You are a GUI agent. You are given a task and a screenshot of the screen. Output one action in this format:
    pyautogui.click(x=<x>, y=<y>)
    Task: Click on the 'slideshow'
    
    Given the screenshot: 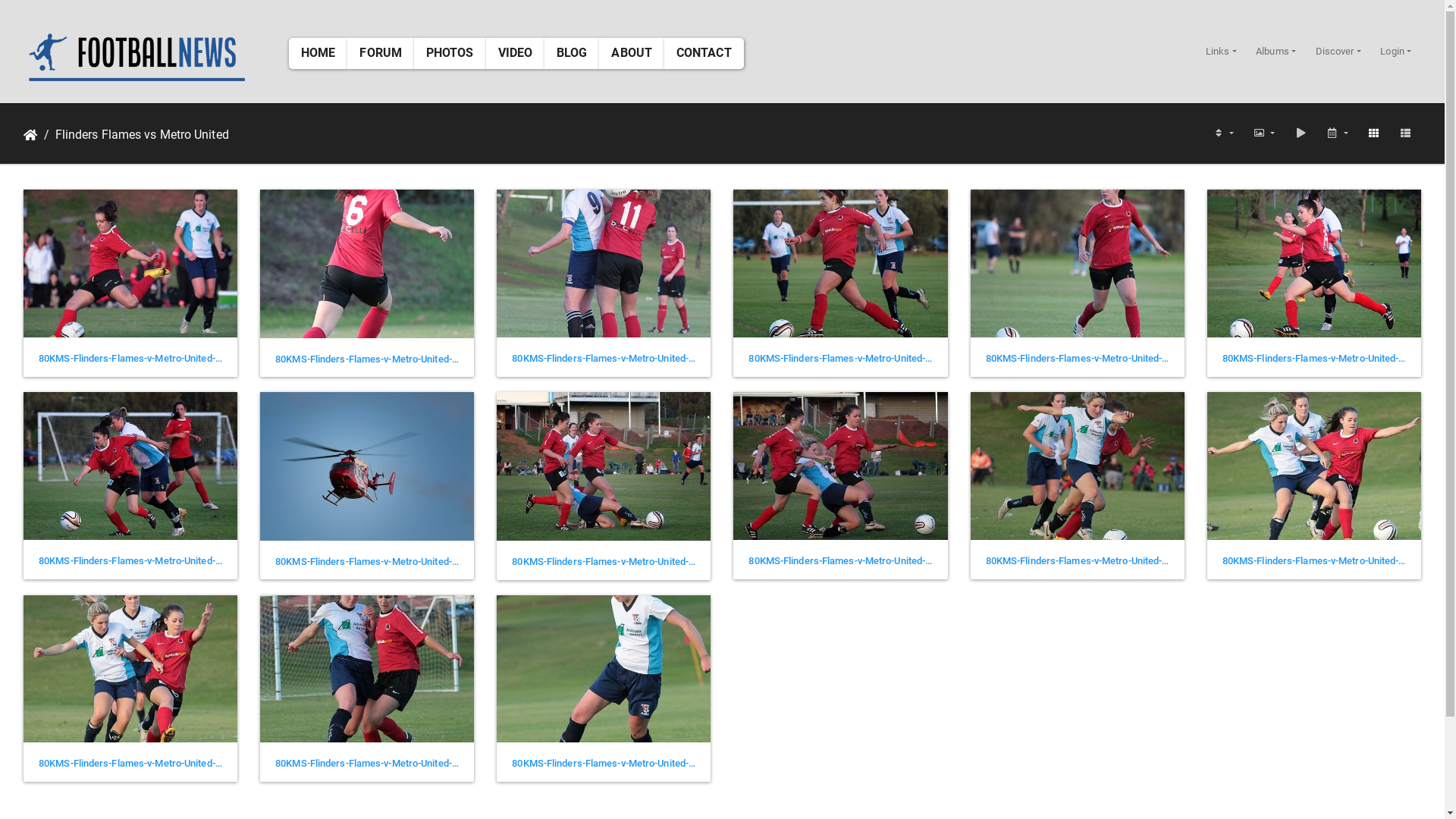 What is the action you would take?
    pyautogui.click(x=1299, y=133)
    